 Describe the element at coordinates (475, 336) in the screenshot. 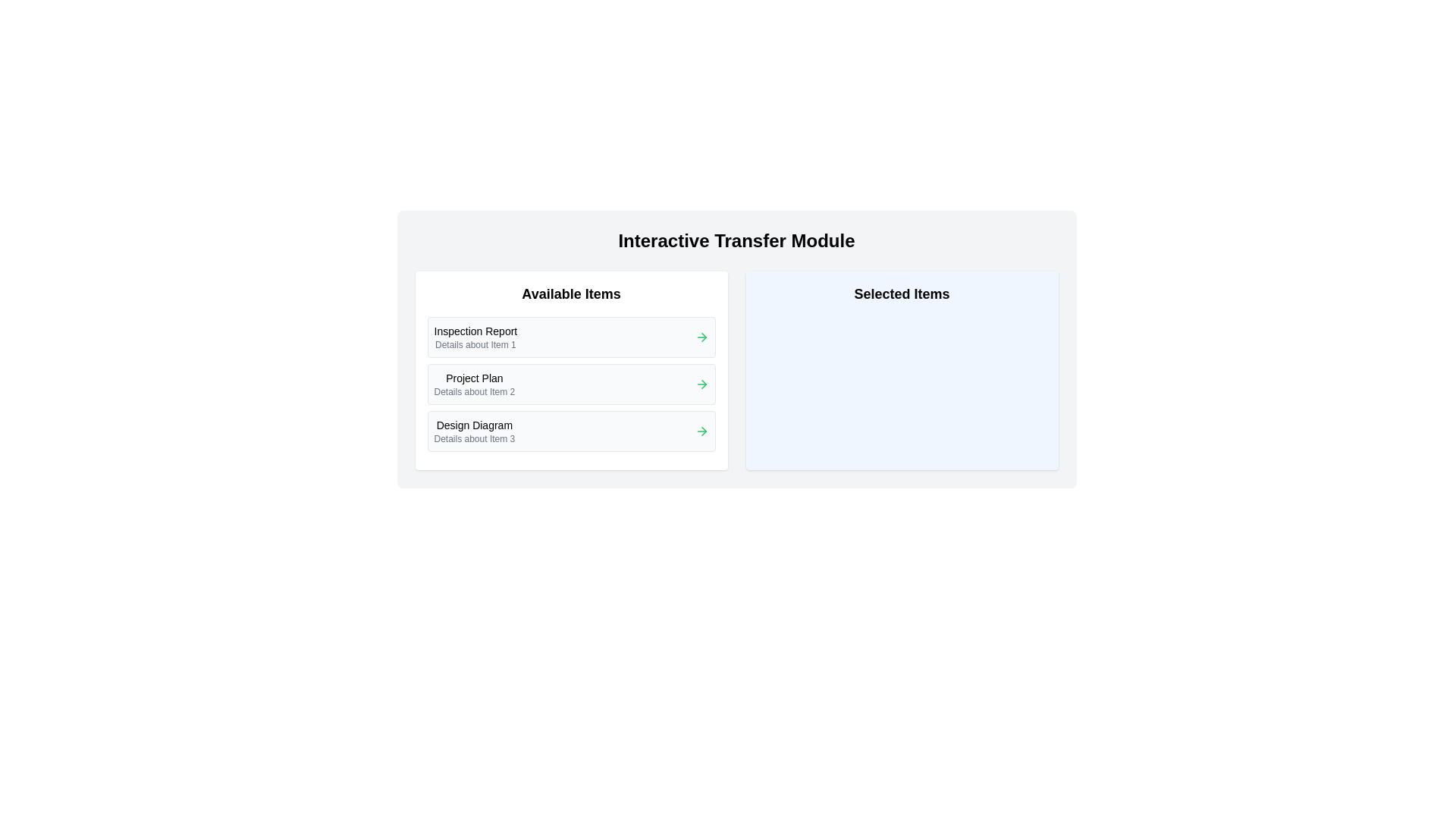

I see `the 'Inspection Report' text block` at that location.